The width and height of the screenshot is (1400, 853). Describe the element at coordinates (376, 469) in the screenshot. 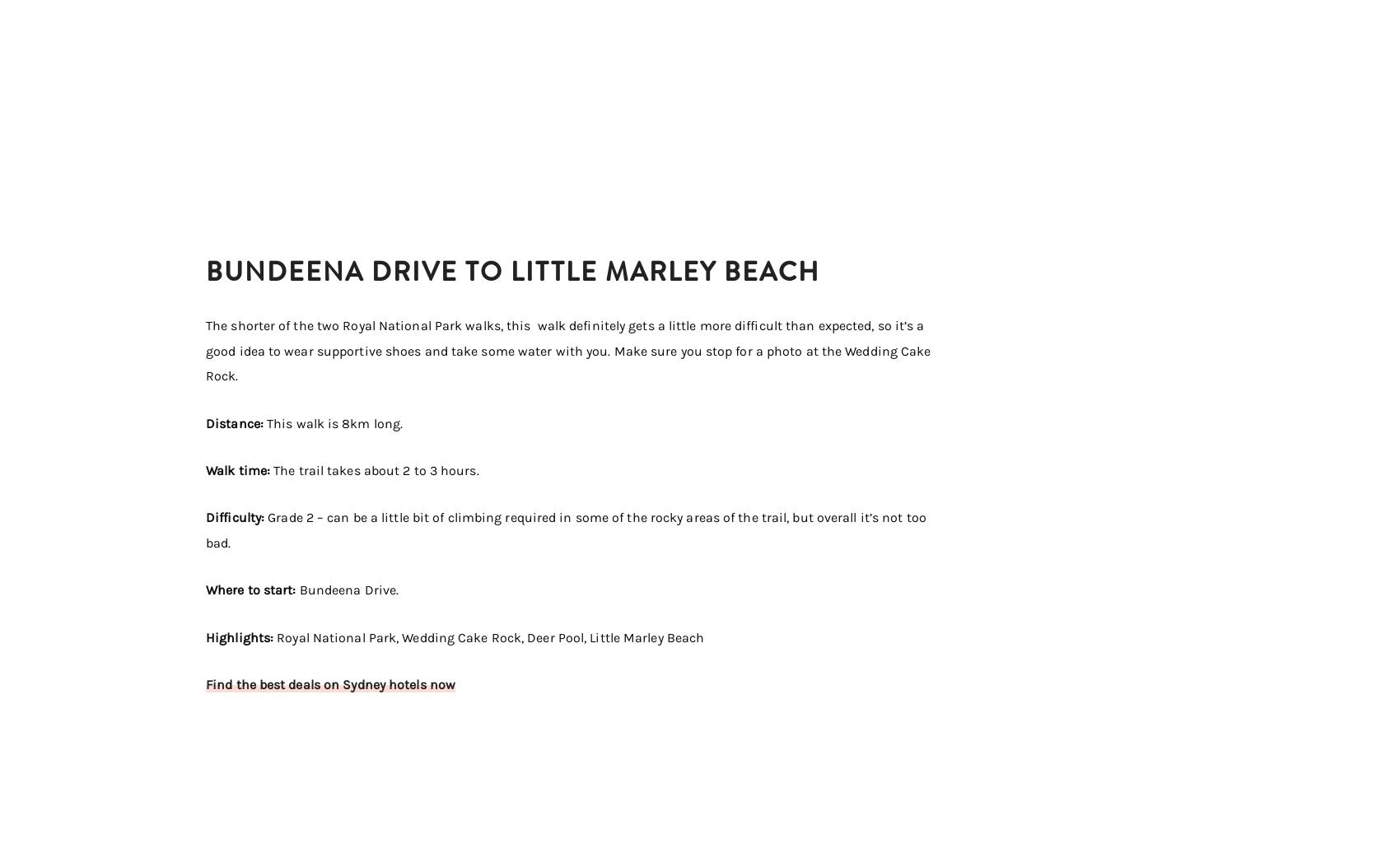

I see `'The trail takes about 2 to 3 hours.'` at that location.